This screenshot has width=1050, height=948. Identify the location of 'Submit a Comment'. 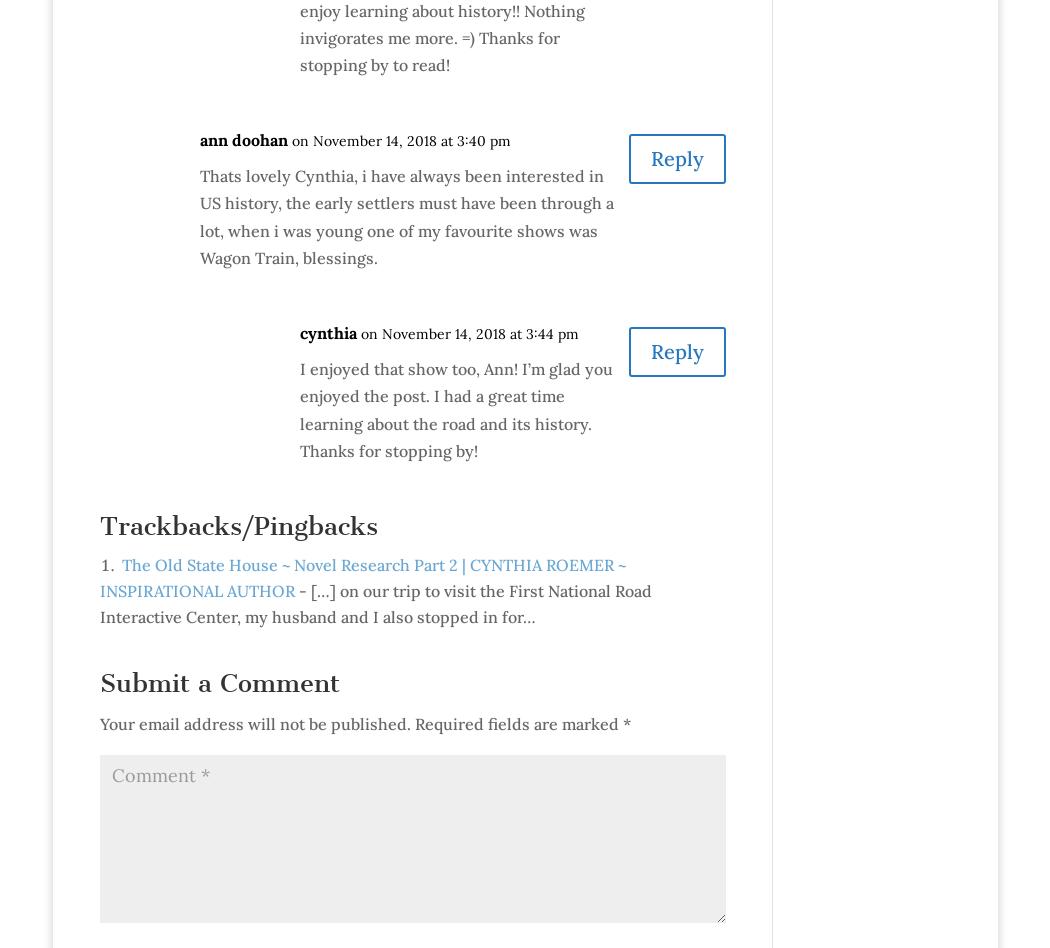
(218, 681).